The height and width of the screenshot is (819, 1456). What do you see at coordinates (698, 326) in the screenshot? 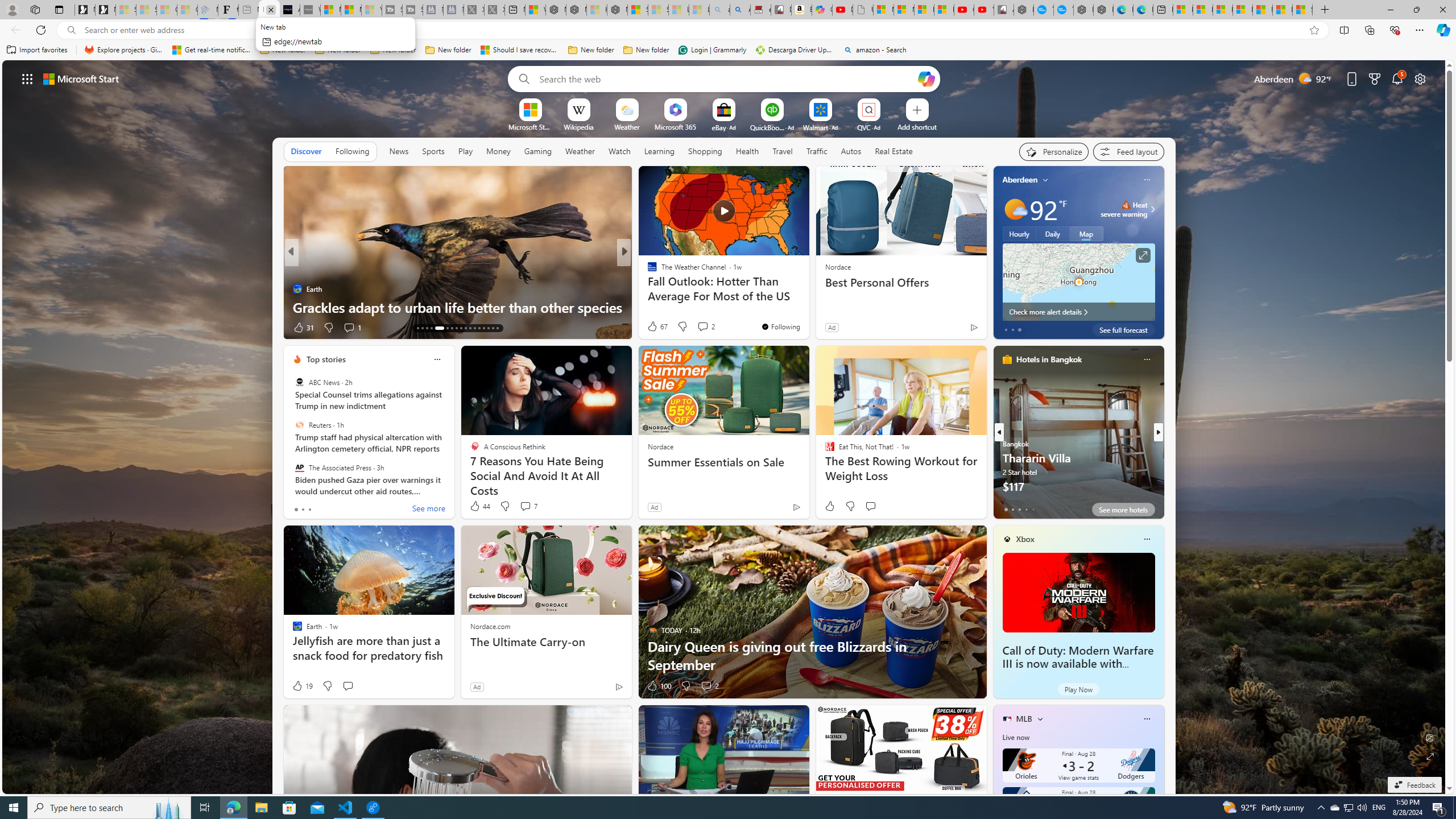
I see `'View comments 4 Comment'` at bounding box center [698, 326].